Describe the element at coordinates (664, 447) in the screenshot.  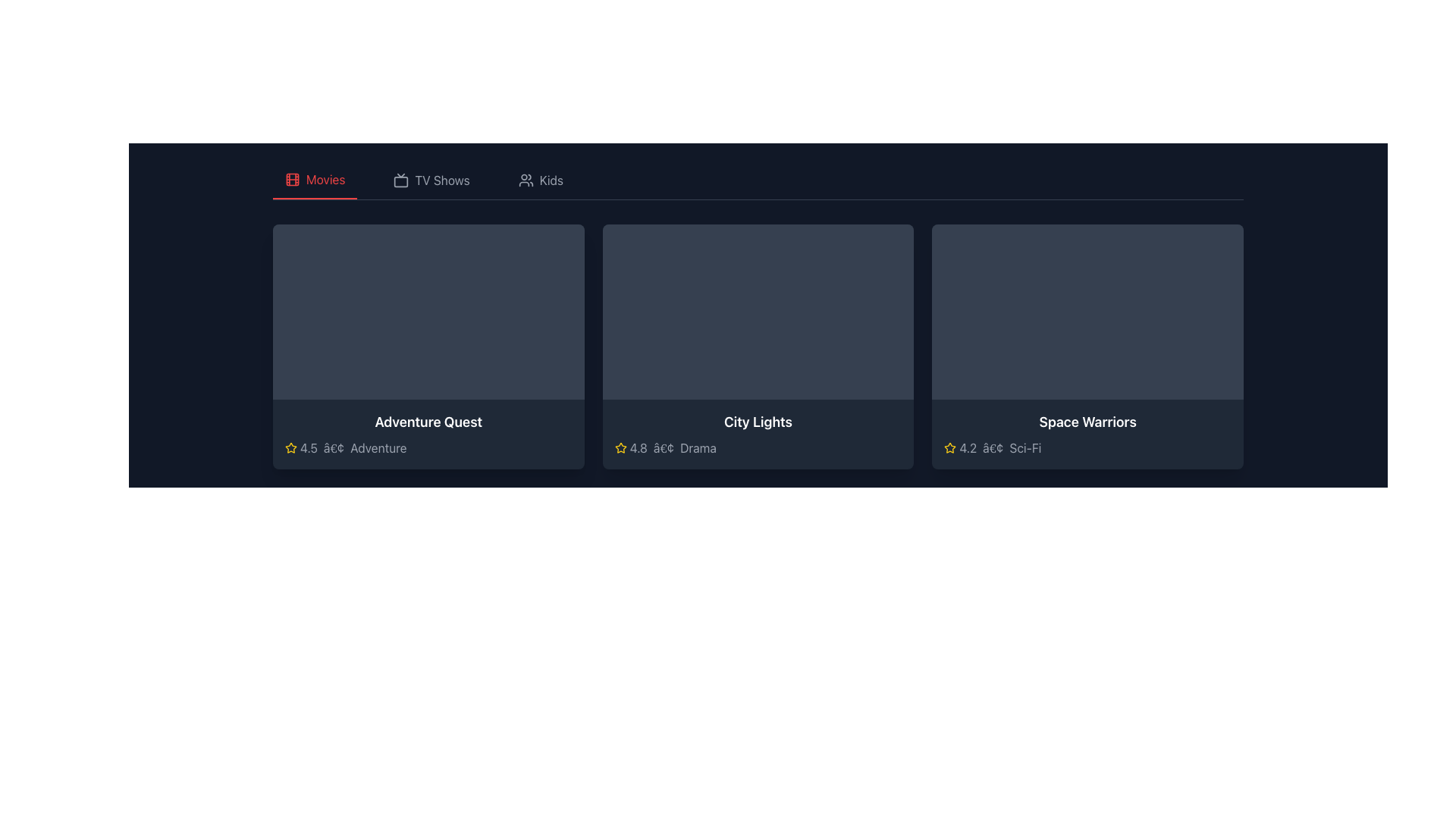
I see `the text separator that enhances readability between the numeric rating '4.8' and the genre label 'Drama' for the movie entry 'City Lights'` at that location.